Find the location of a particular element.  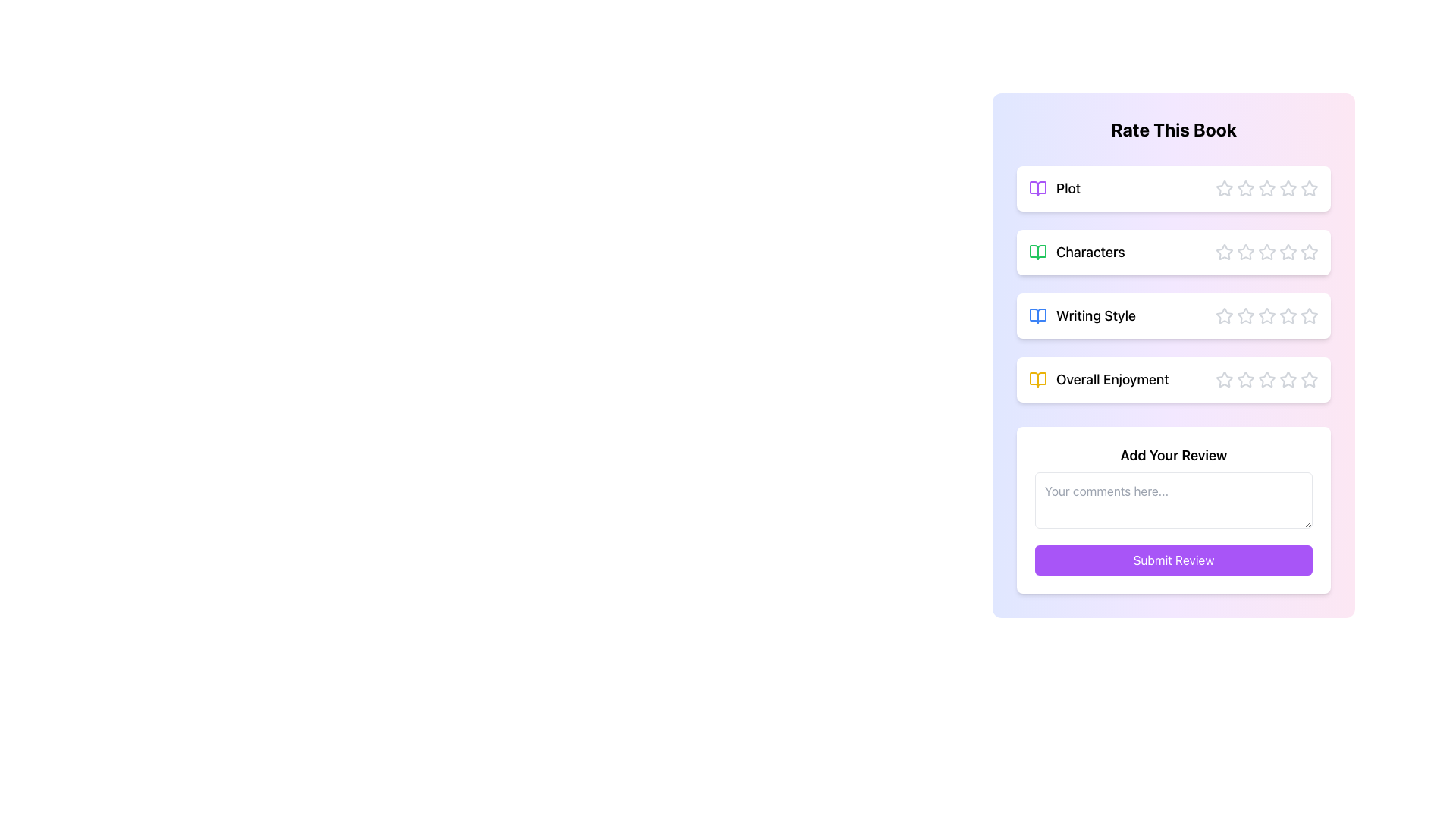

the first star of the rating element labeled 'Plot' to assign a rating is located at coordinates (1173, 188).